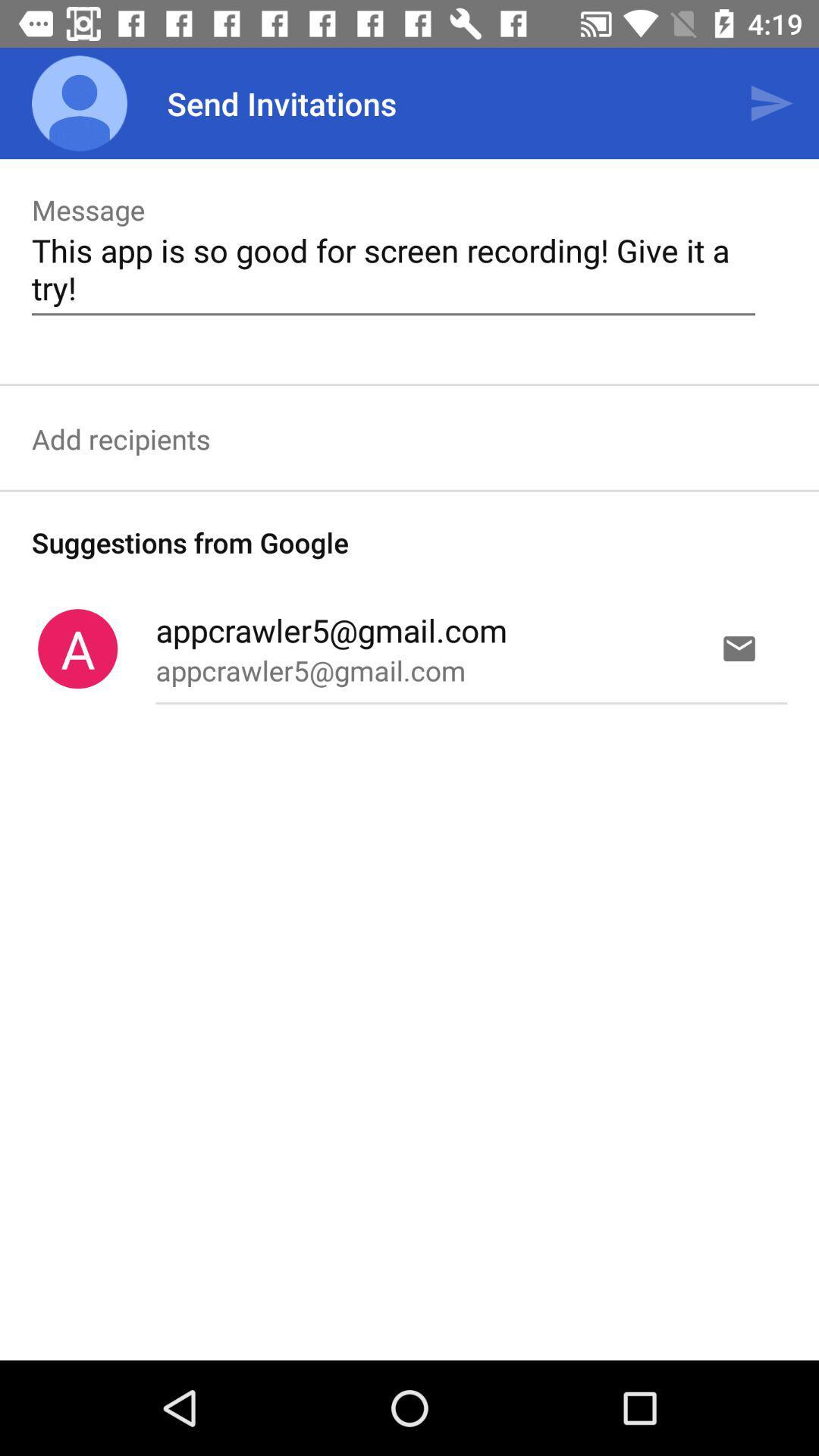 The width and height of the screenshot is (819, 1456). What do you see at coordinates (393, 268) in the screenshot?
I see `this app is icon` at bounding box center [393, 268].